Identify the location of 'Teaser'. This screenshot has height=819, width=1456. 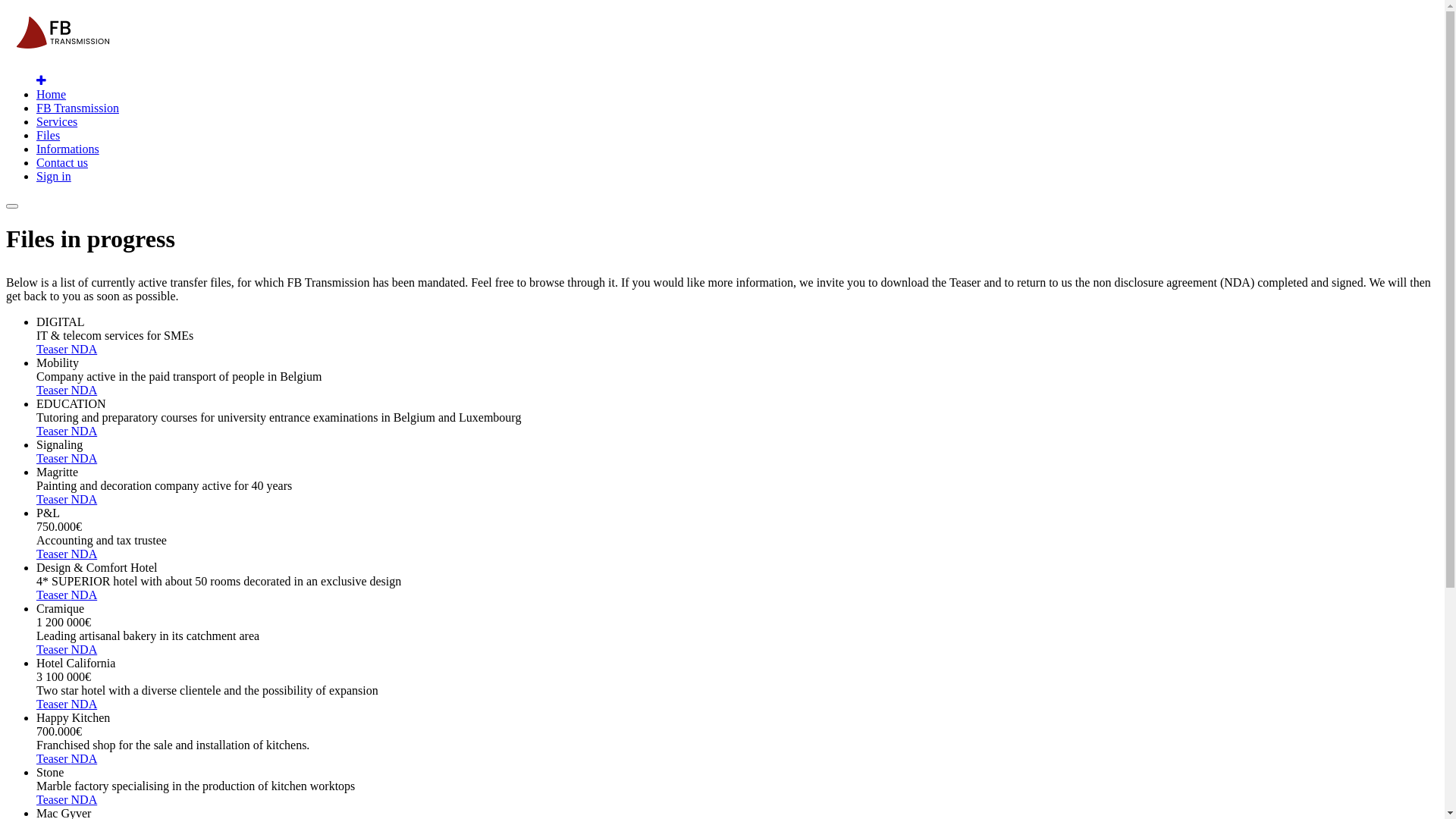
(36, 594).